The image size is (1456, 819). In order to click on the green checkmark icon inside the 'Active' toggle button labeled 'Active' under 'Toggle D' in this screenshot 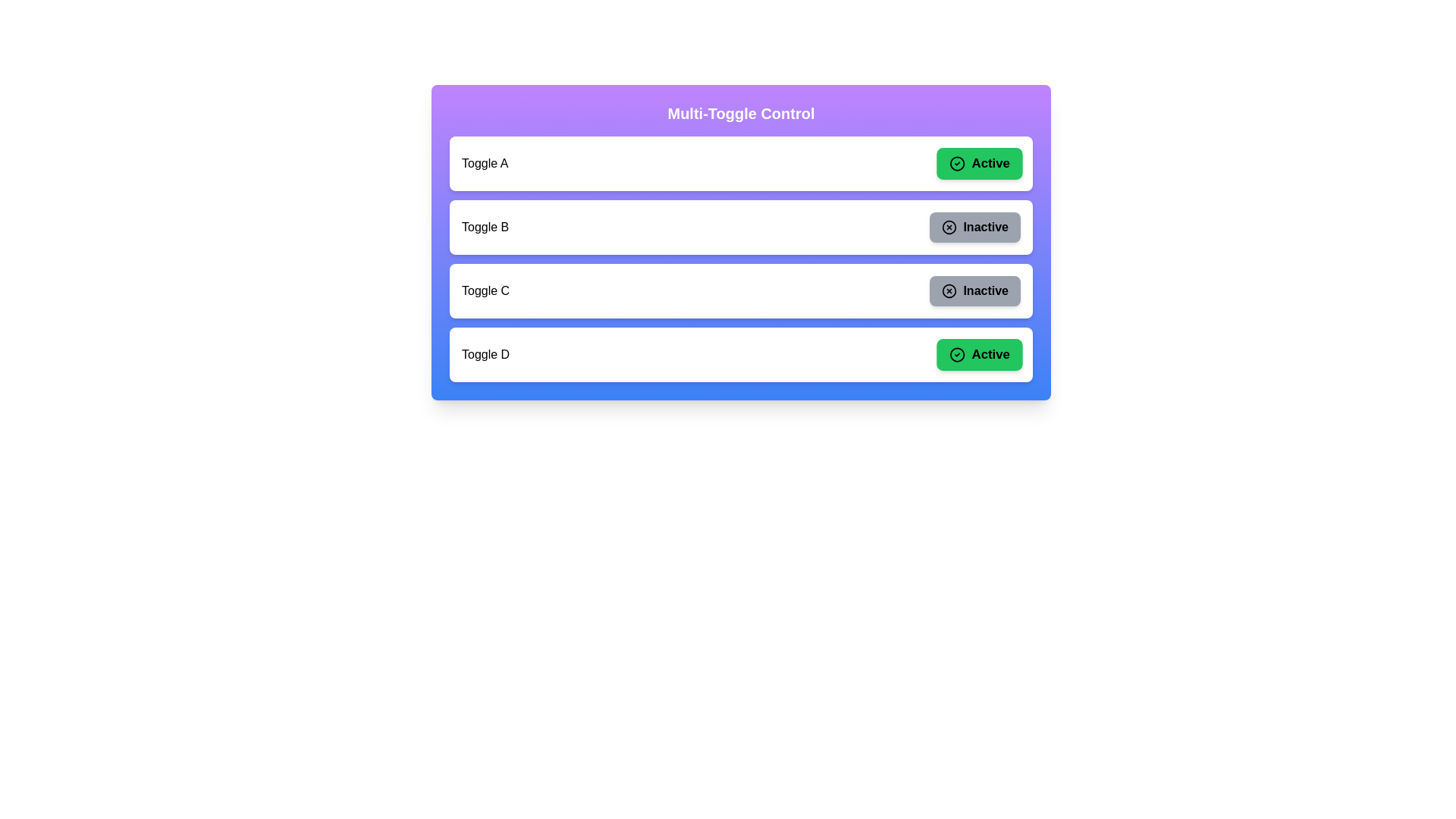, I will do `click(956, 354)`.